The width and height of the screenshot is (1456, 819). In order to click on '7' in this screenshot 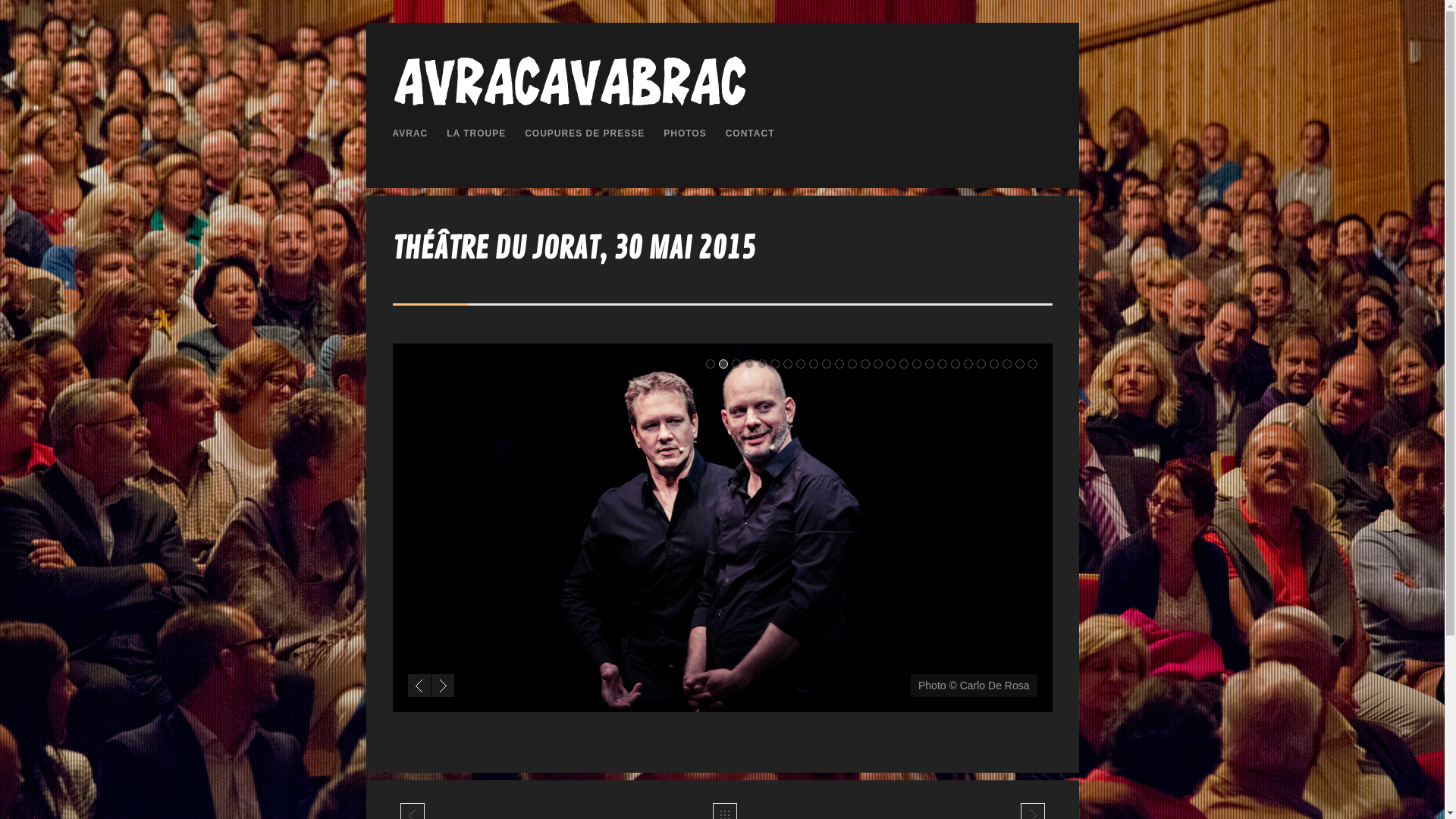, I will do `click(783, 363)`.